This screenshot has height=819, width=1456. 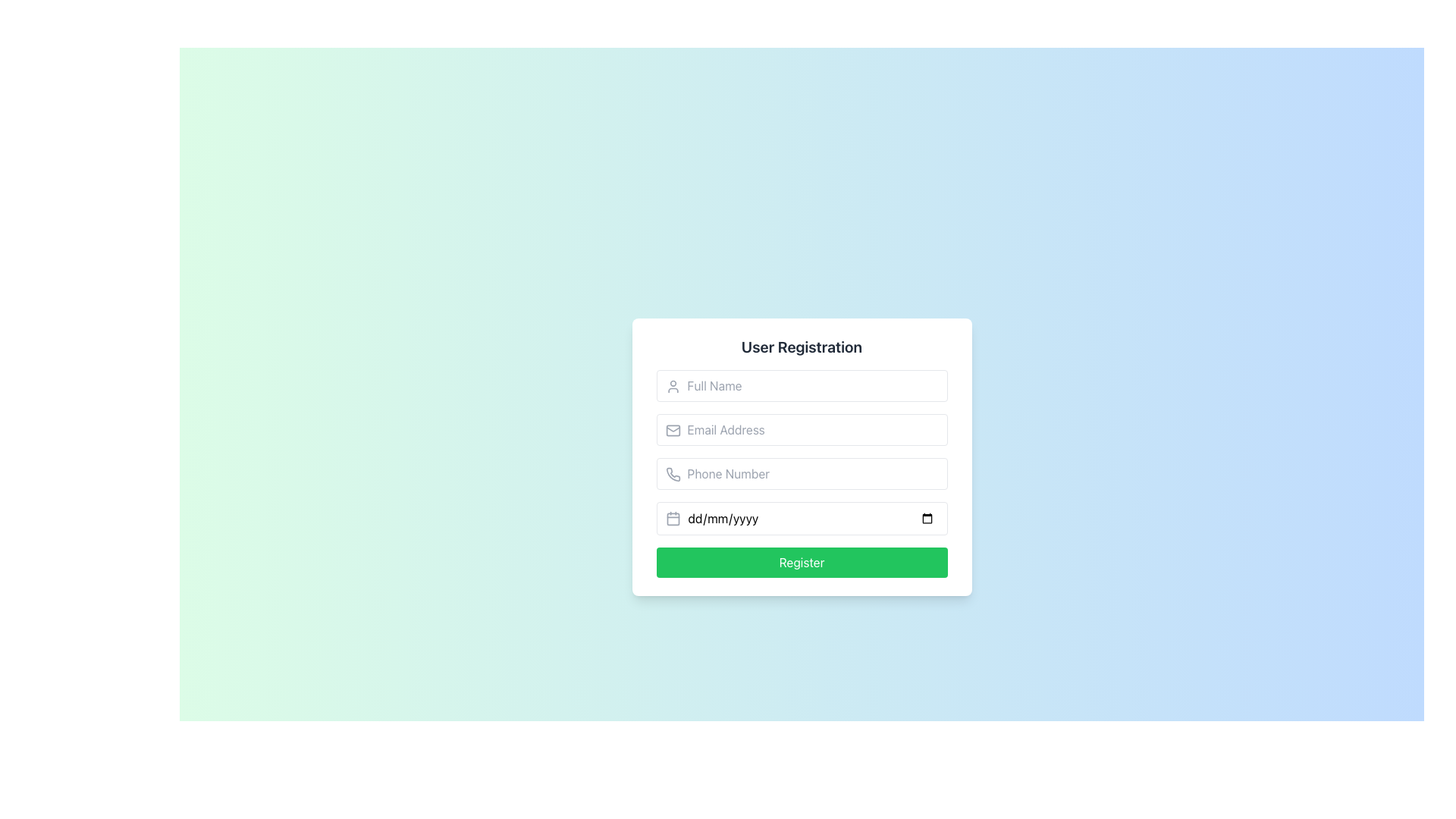 What do you see at coordinates (672, 517) in the screenshot?
I see `the decorative icon located in the top-left corner of the date input field, which visually indicates the purpose of the associated text input for date entry` at bounding box center [672, 517].